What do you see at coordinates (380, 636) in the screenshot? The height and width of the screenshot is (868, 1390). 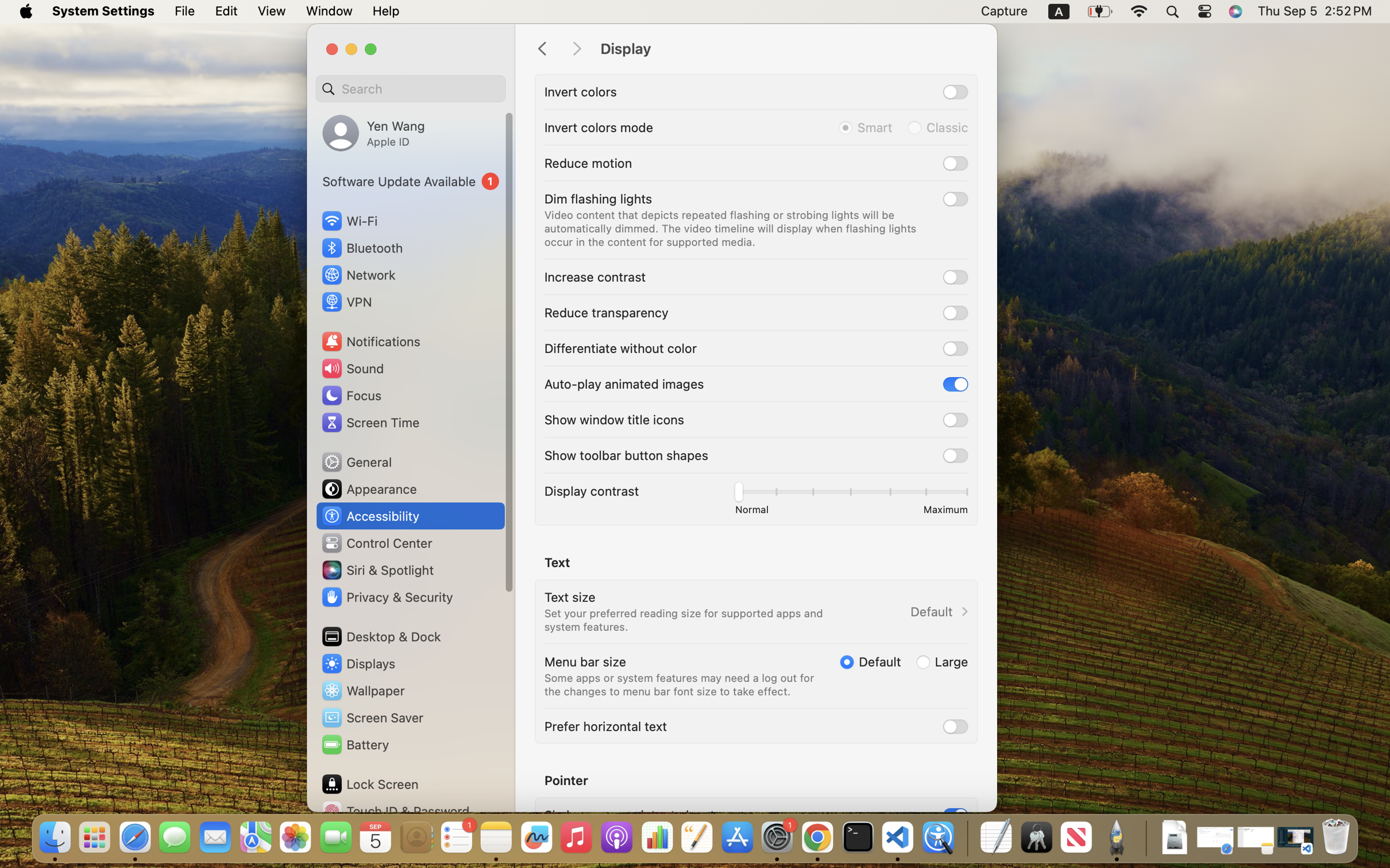 I see `'Desktop & Dock'` at bounding box center [380, 636].